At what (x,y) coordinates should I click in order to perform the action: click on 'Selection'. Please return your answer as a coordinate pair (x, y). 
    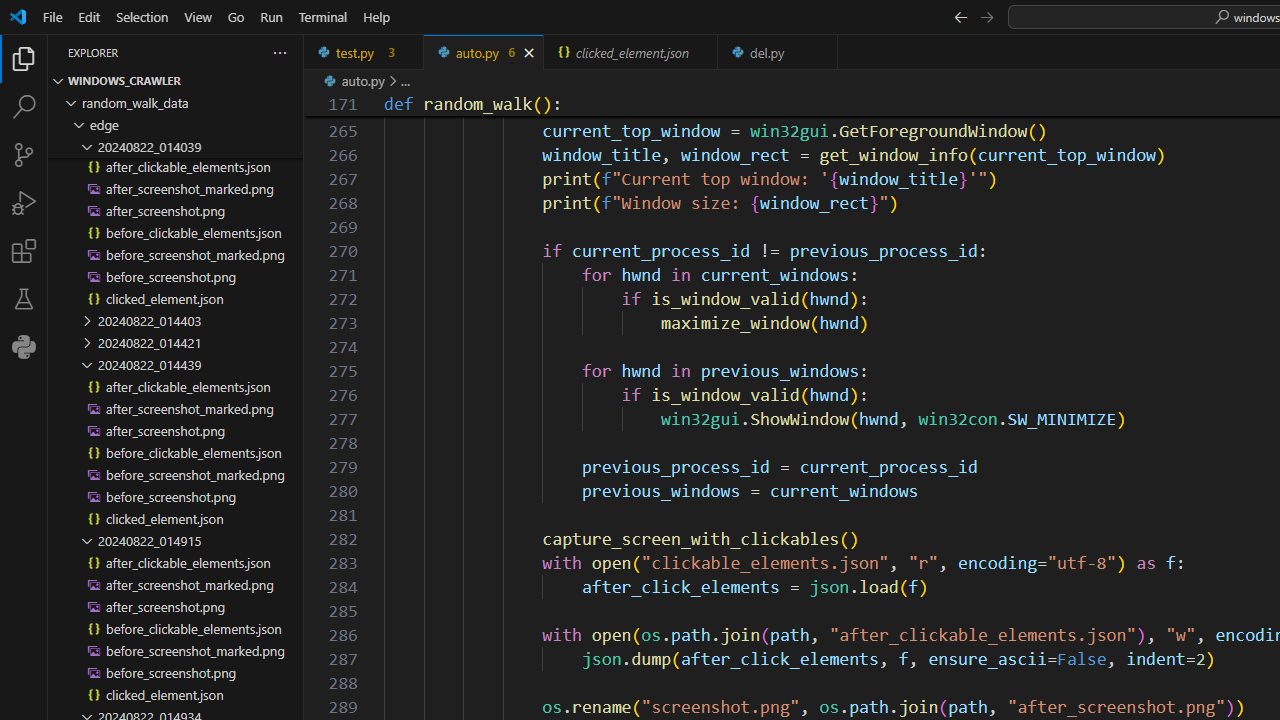
    Looking at the image, I should click on (141, 16).